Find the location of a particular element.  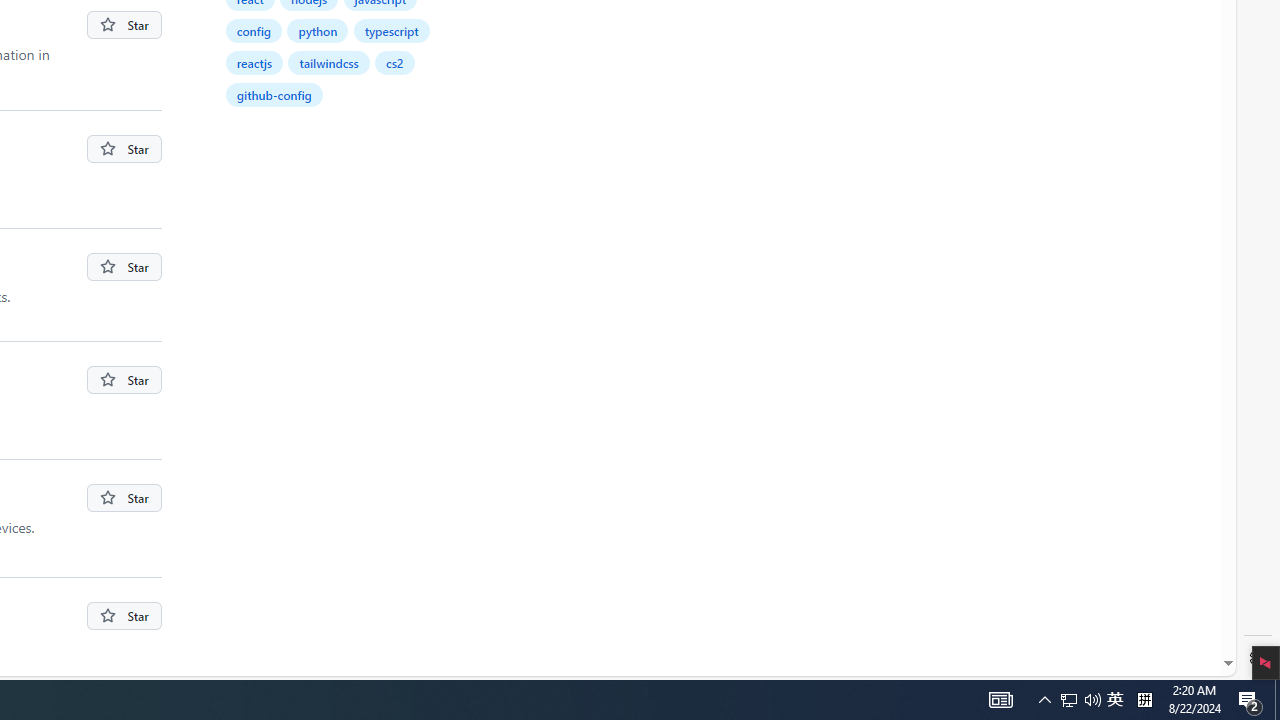

'typescript' is located at coordinates (391, 30).